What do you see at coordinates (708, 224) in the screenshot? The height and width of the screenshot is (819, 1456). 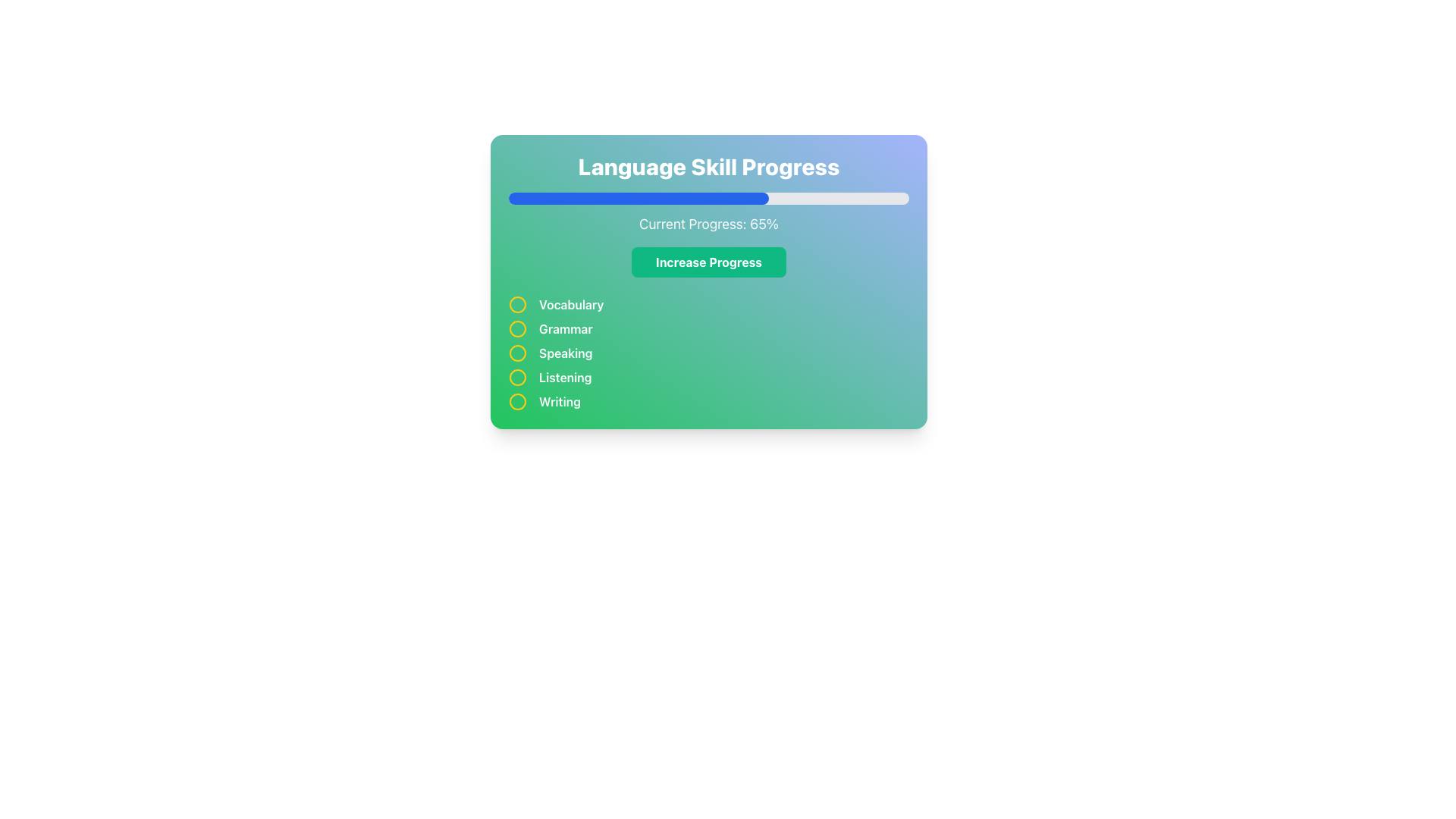 I see `the text label displaying 'Current Progress: 65%' which is located under the title 'Language Skill Progress' and above the 'Increase Progress' button` at bounding box center [708, 224].